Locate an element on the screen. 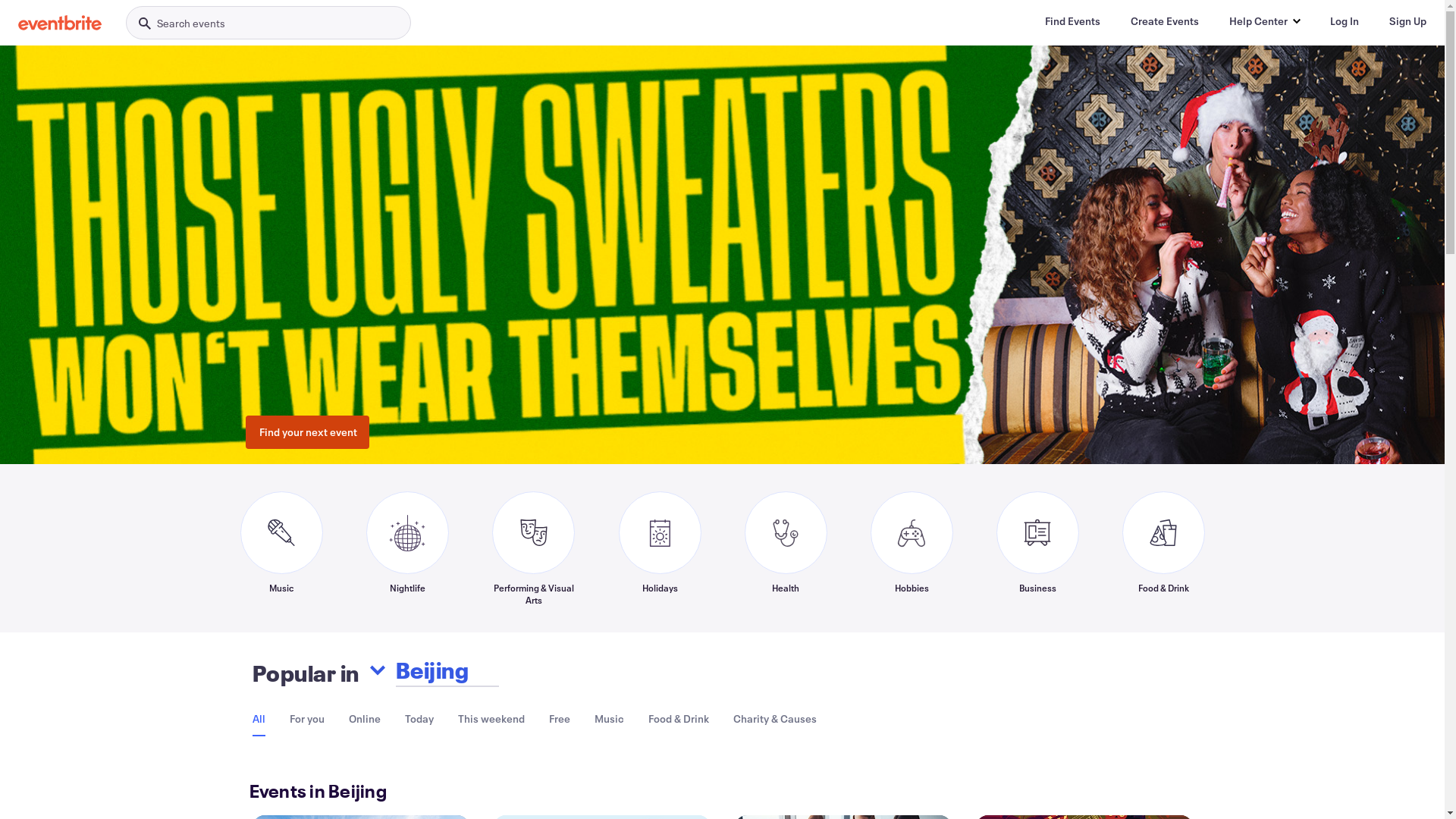 The image size is (1456, 819). 'Sign Up' is located at coordinates (1407, 20).